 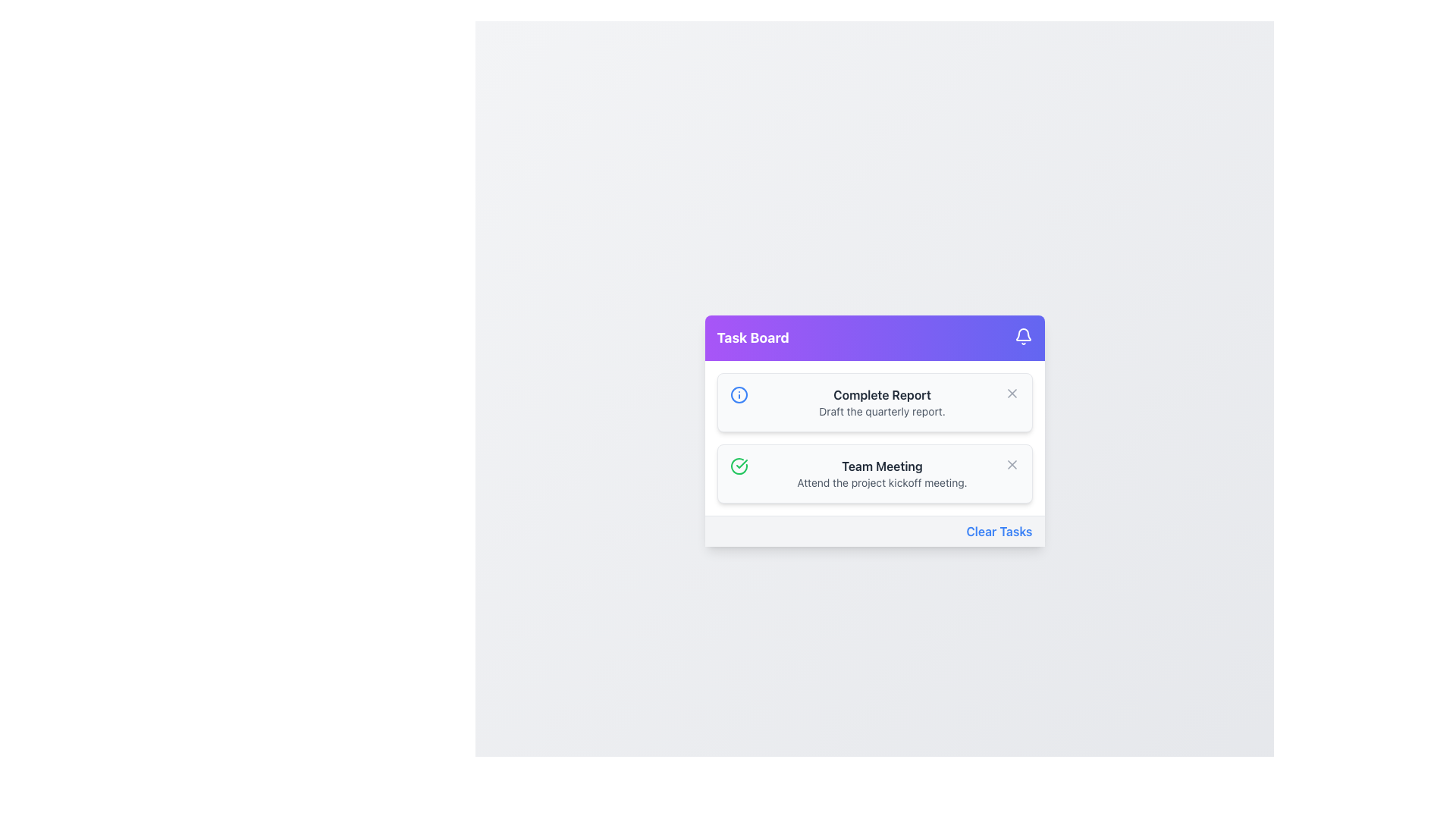 What do you see at coordinates (1012, 463) in the screenshot?
I see `the 'X' icon in the upper-right corner of the 'Team Meeting' task card` at bounding box center [1012, 463].